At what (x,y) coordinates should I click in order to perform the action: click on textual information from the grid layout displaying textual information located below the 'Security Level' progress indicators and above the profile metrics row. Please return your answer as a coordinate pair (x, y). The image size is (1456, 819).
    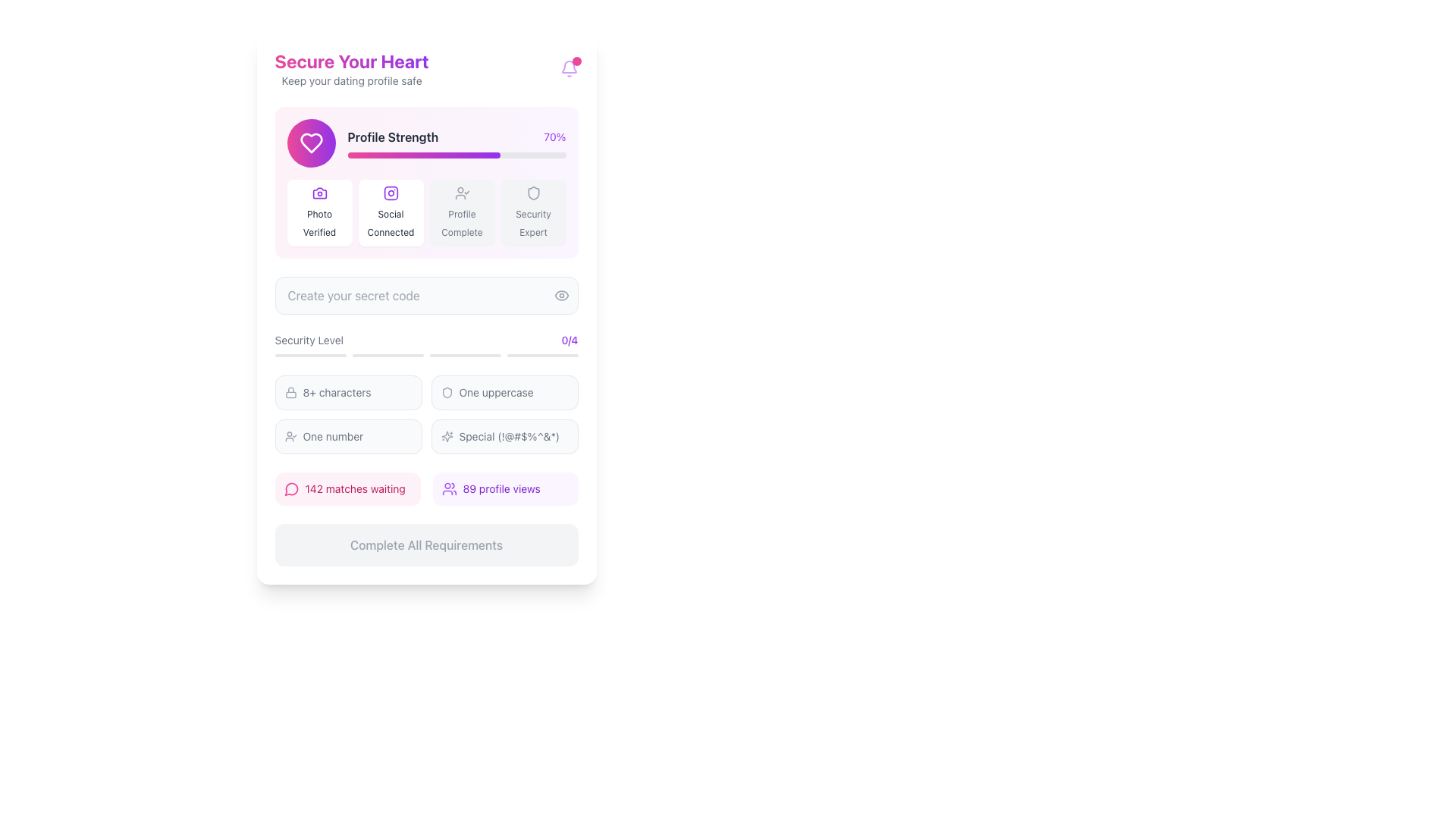
    Looking at the image, I should click on (425, 415).